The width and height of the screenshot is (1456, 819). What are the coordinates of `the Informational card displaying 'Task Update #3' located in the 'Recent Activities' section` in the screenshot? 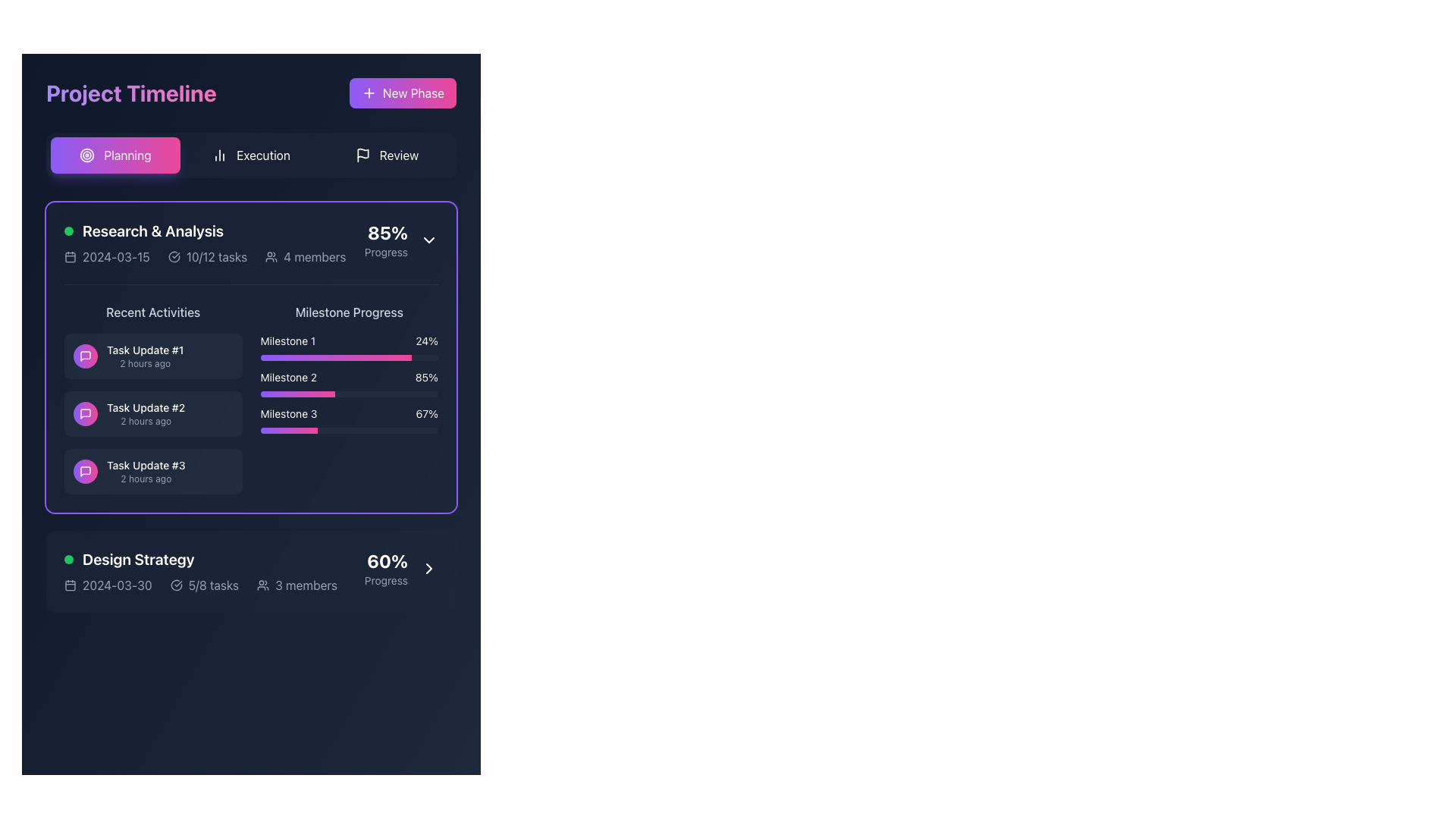 It's located at (153, 470).